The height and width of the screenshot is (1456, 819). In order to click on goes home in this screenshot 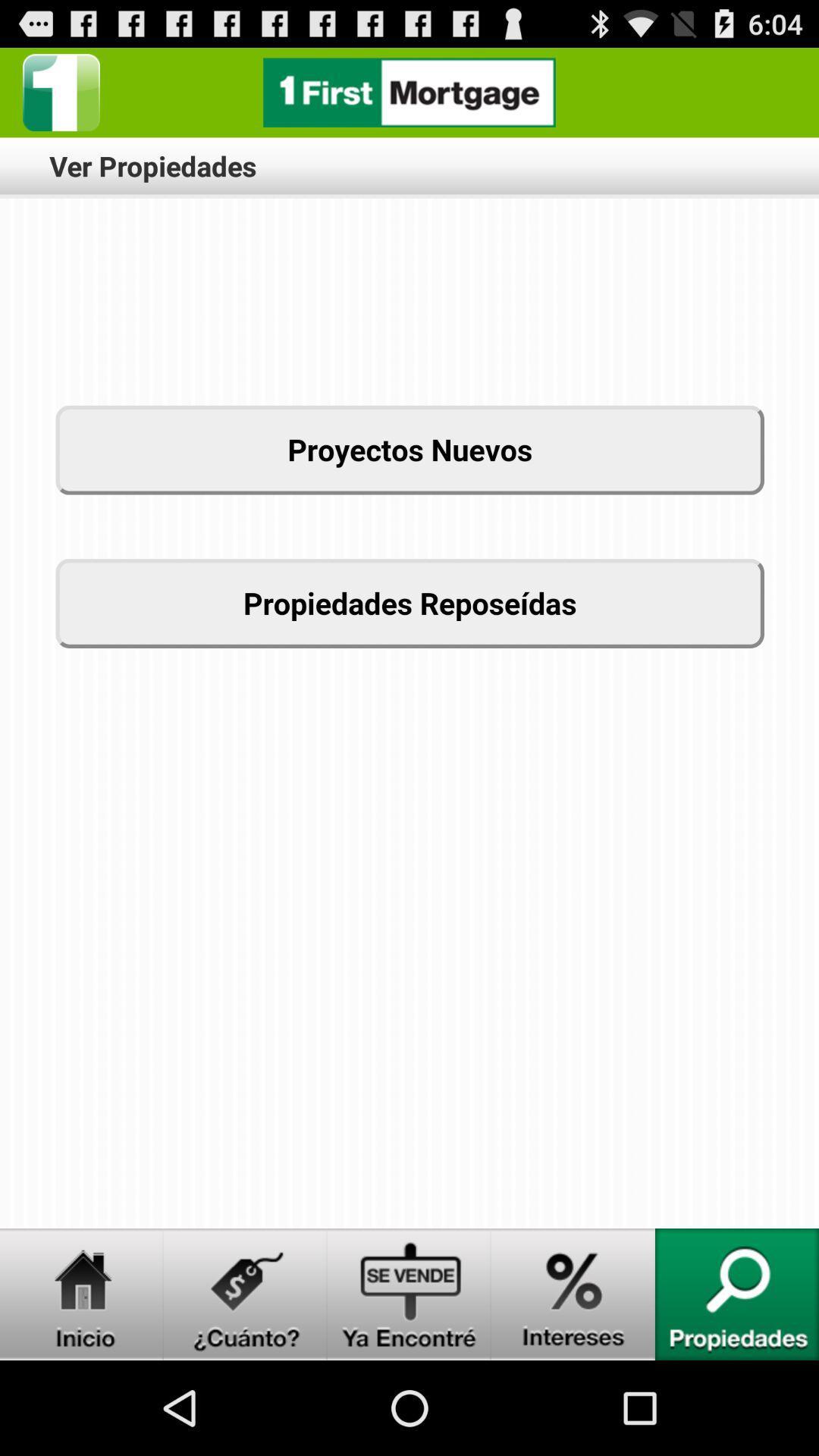, I will do `click(82, 1294)`.